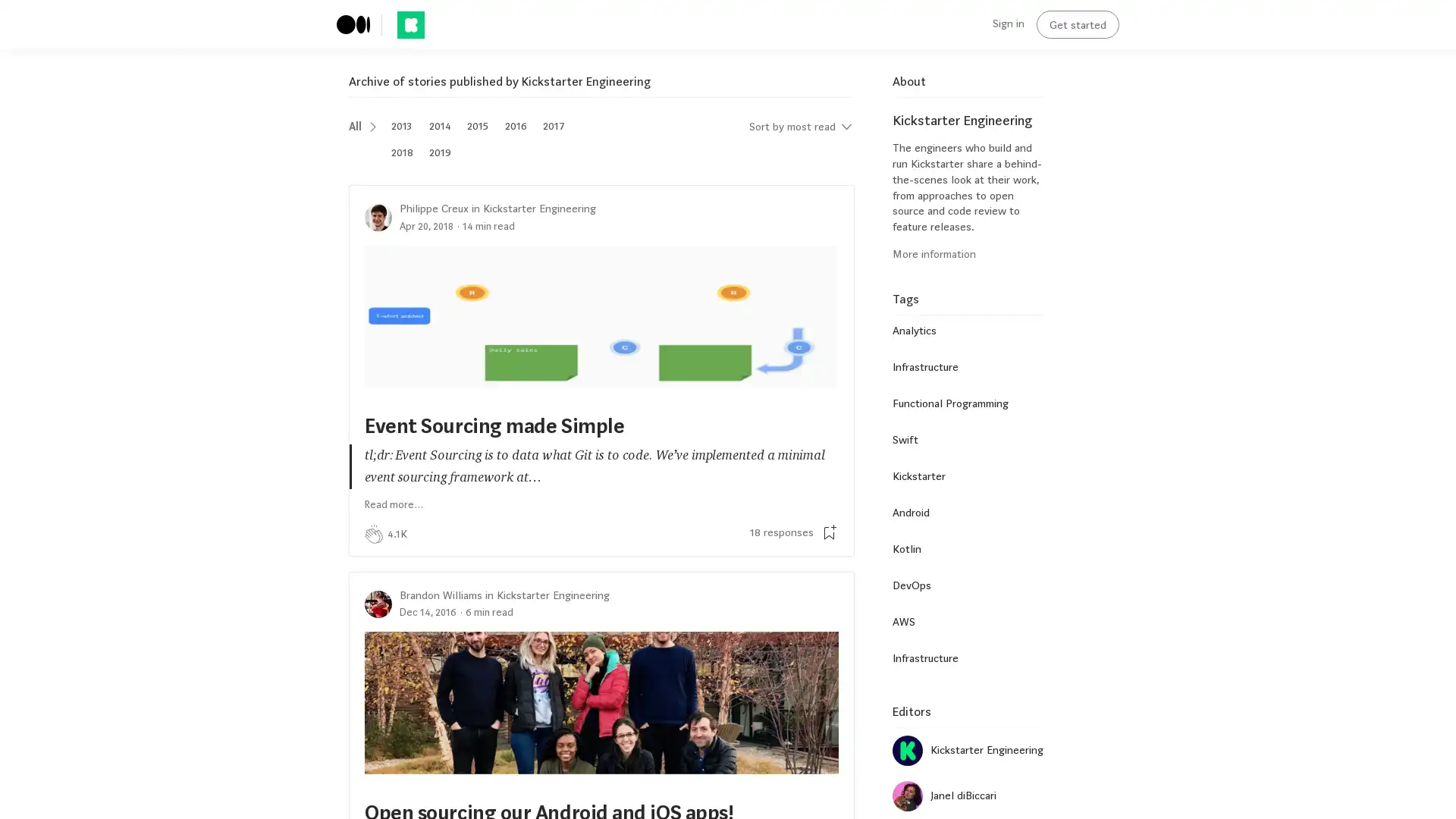 Image resolution: width=1456 pixels, height=819 pixels. What do you see at coordinates (800, 126) in the screenshot?
I see `Sort by most read` at bounding box center [800, 126].